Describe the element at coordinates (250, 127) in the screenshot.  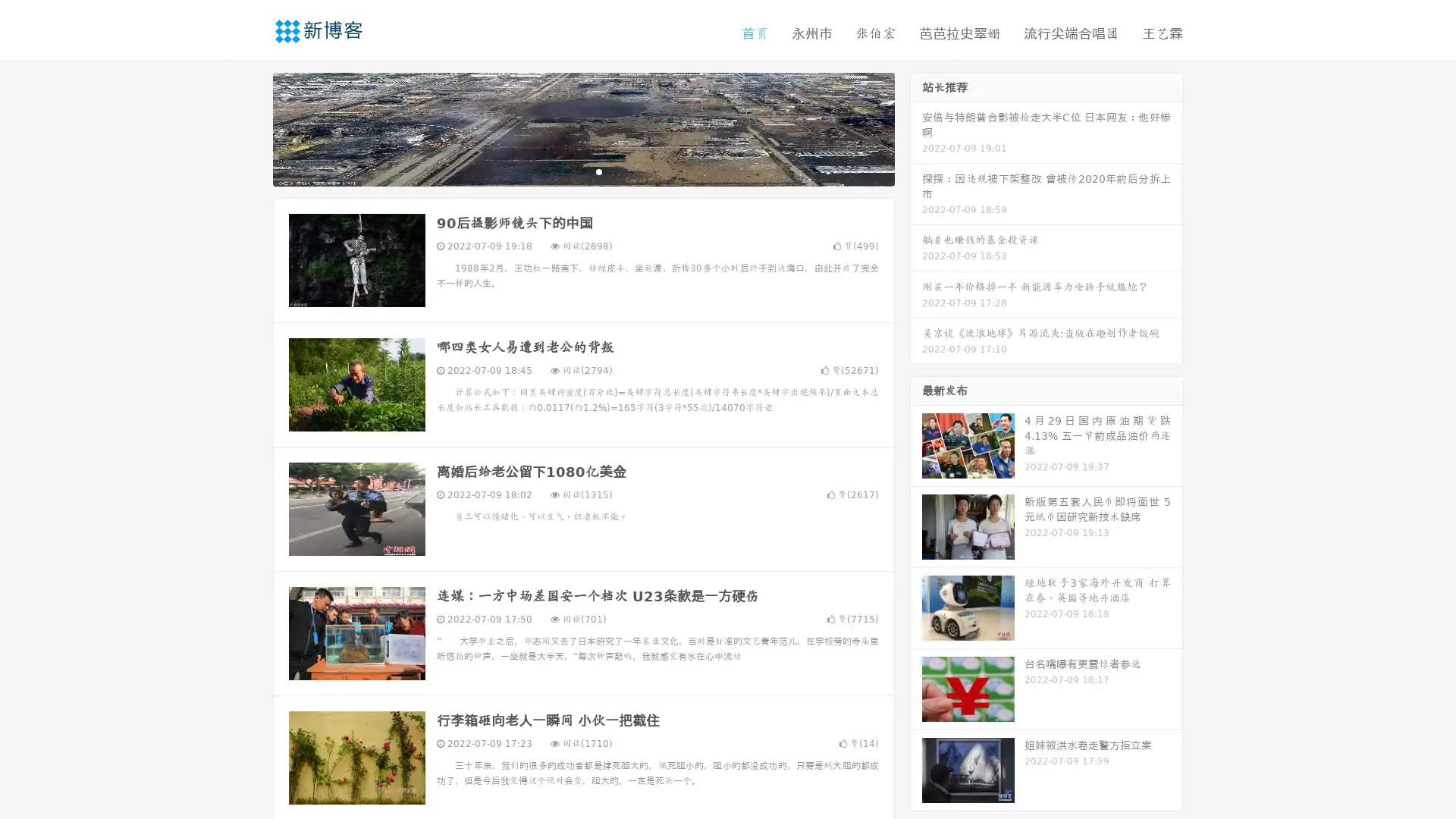
I see `Previous slide` at that location.